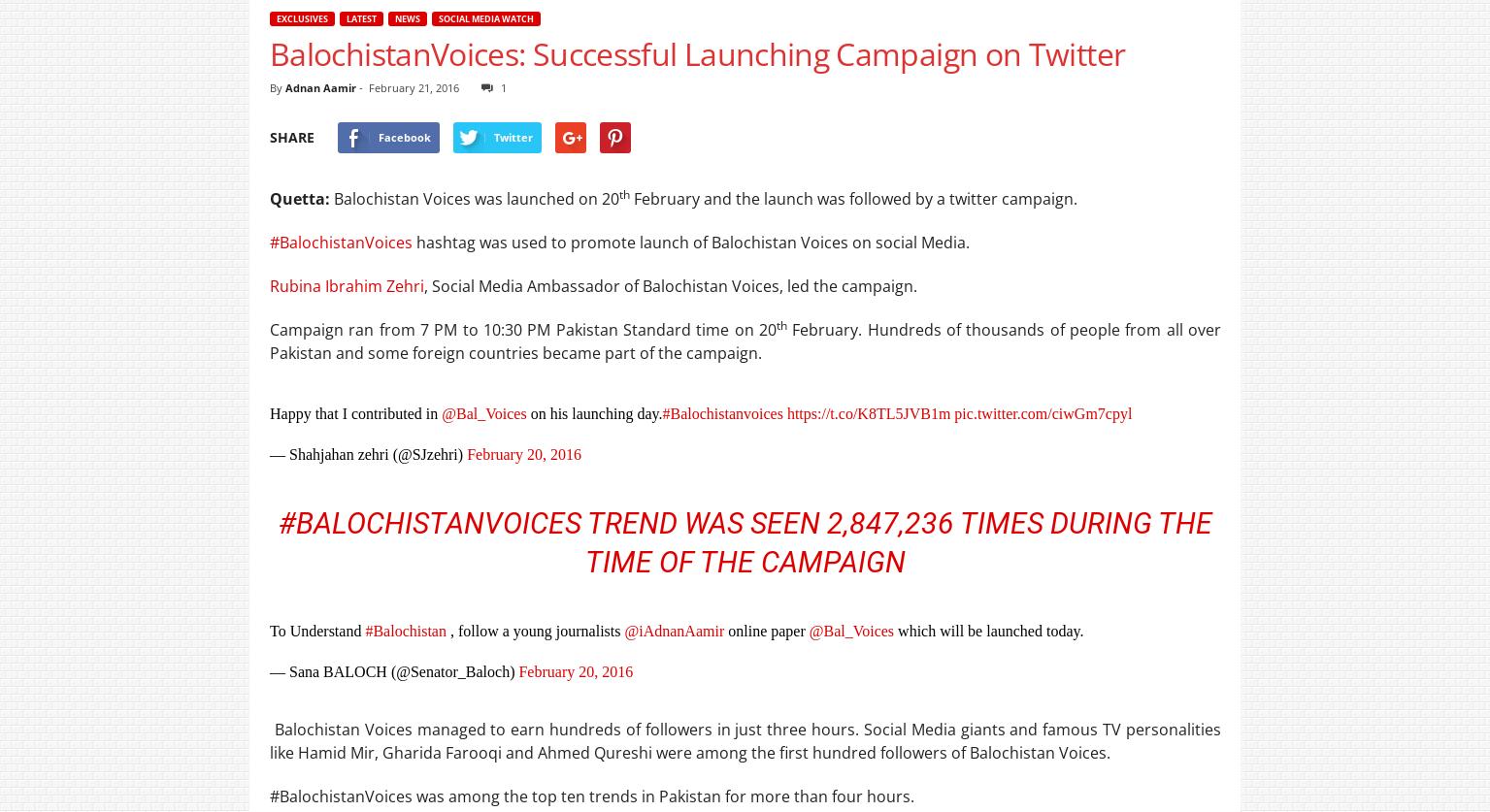 The width and height of the screenshot is (1490, 812). What do you see at coordinates (534, 631) in the screenshot?
I see `', follow a young journalists'` at bounding box center [534, 631].